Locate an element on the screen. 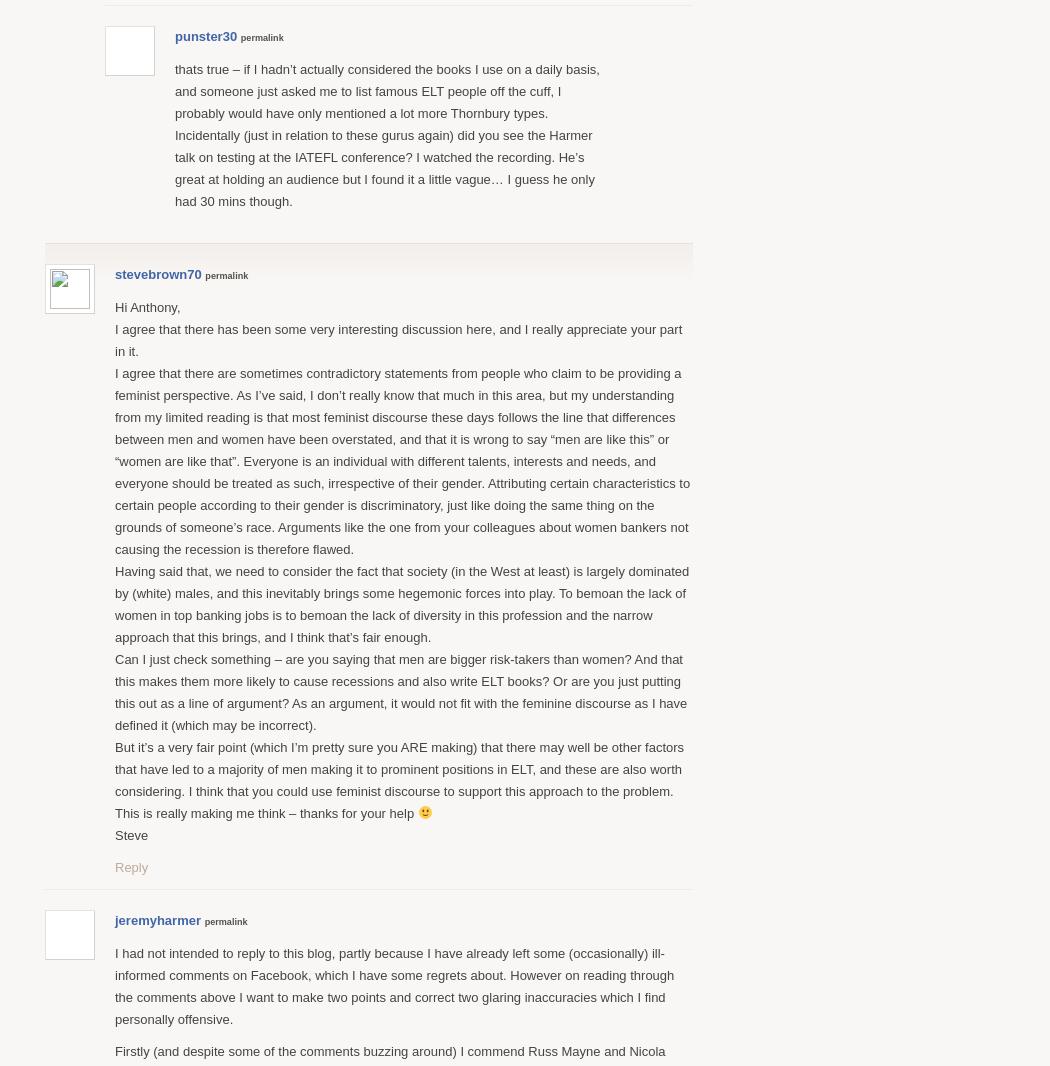  'Incidentally (just in relation to these gurus again) did you see the Harmer talk on testing at the IATEFL conference? I watched the recording. He’s great at holding an audience but I found it a little vague… I guess he only had 30 mins though.' is located at coordinates (384, 166).